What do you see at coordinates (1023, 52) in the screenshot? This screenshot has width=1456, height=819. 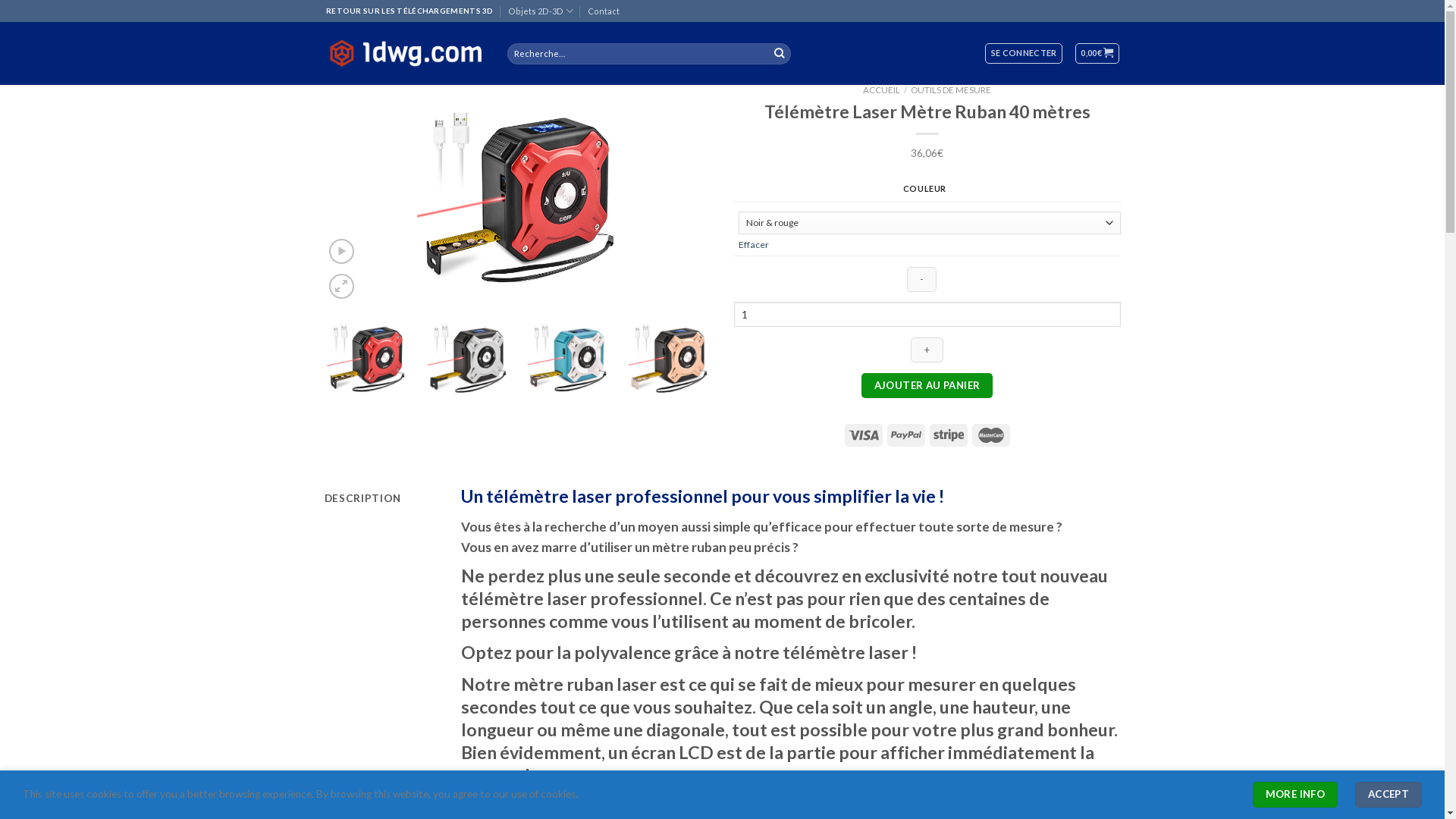 I see `'SE CONNECTER'` at bounding box center [1023, 52].